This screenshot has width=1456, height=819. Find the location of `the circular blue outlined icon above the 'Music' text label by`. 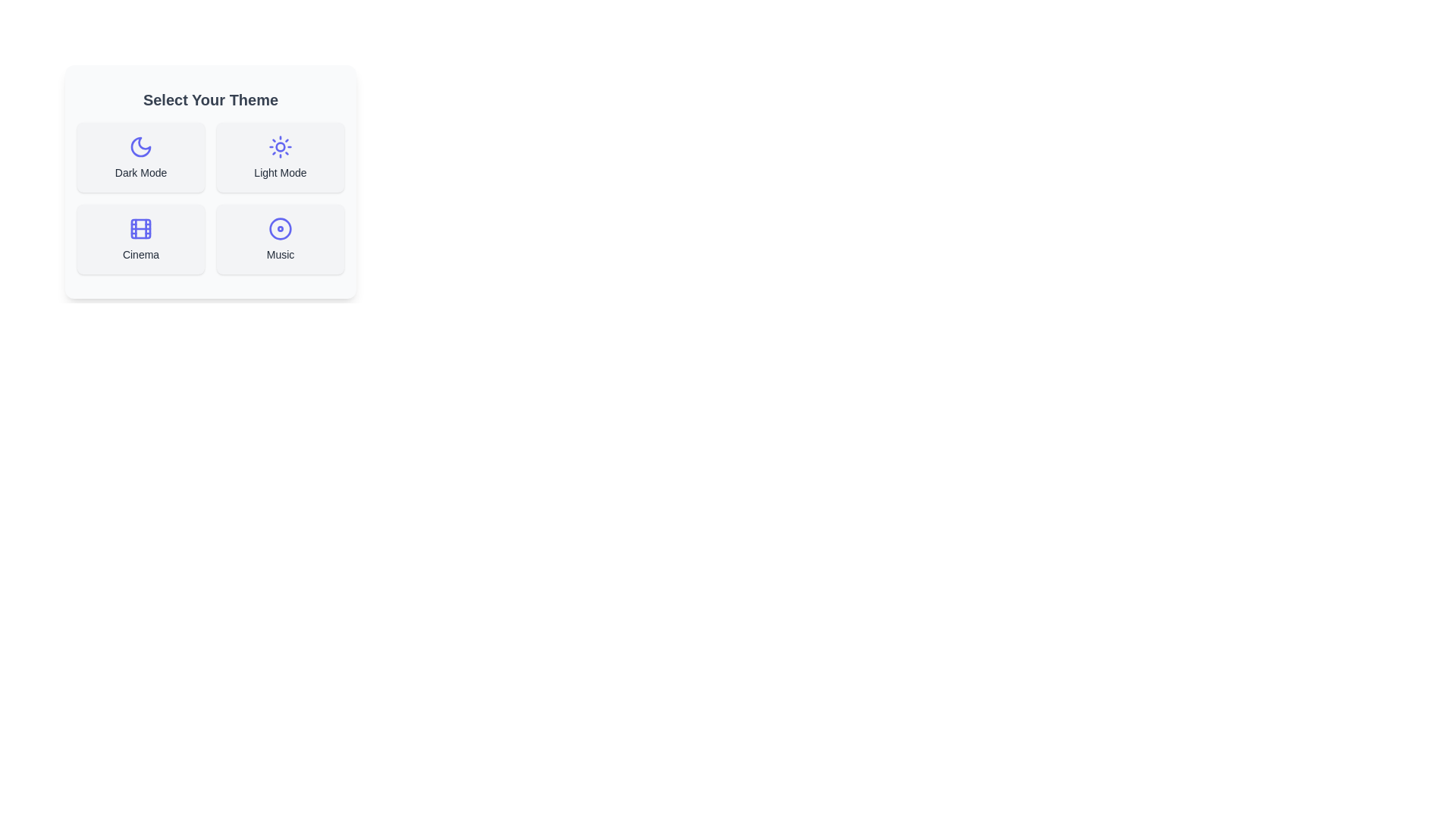

the circular blue outlined icon above the 'Music' text label by is located at coordinates (280, 228).